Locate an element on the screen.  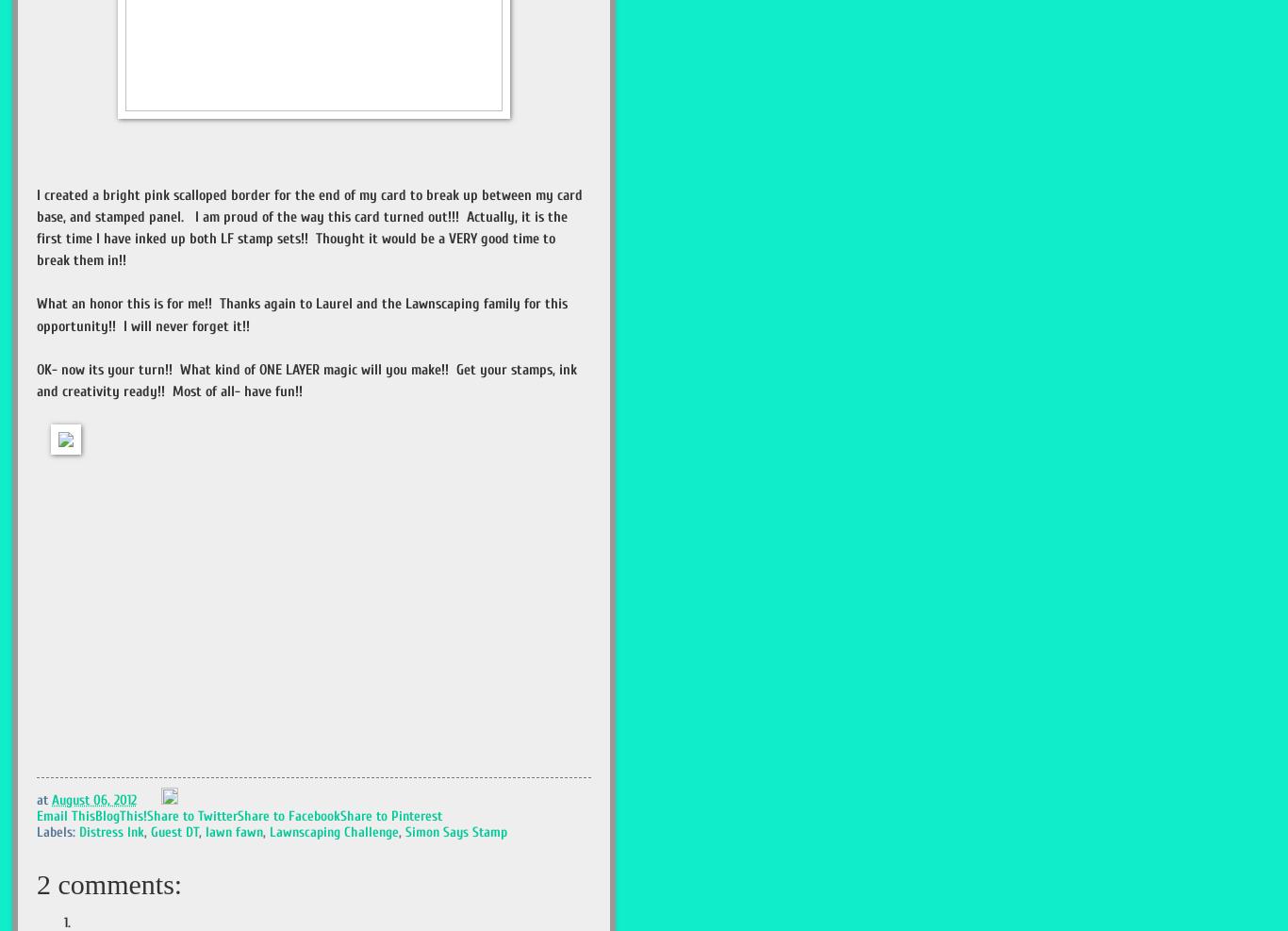
'Simon Says Stamp' is located at coordinates (405, 831).